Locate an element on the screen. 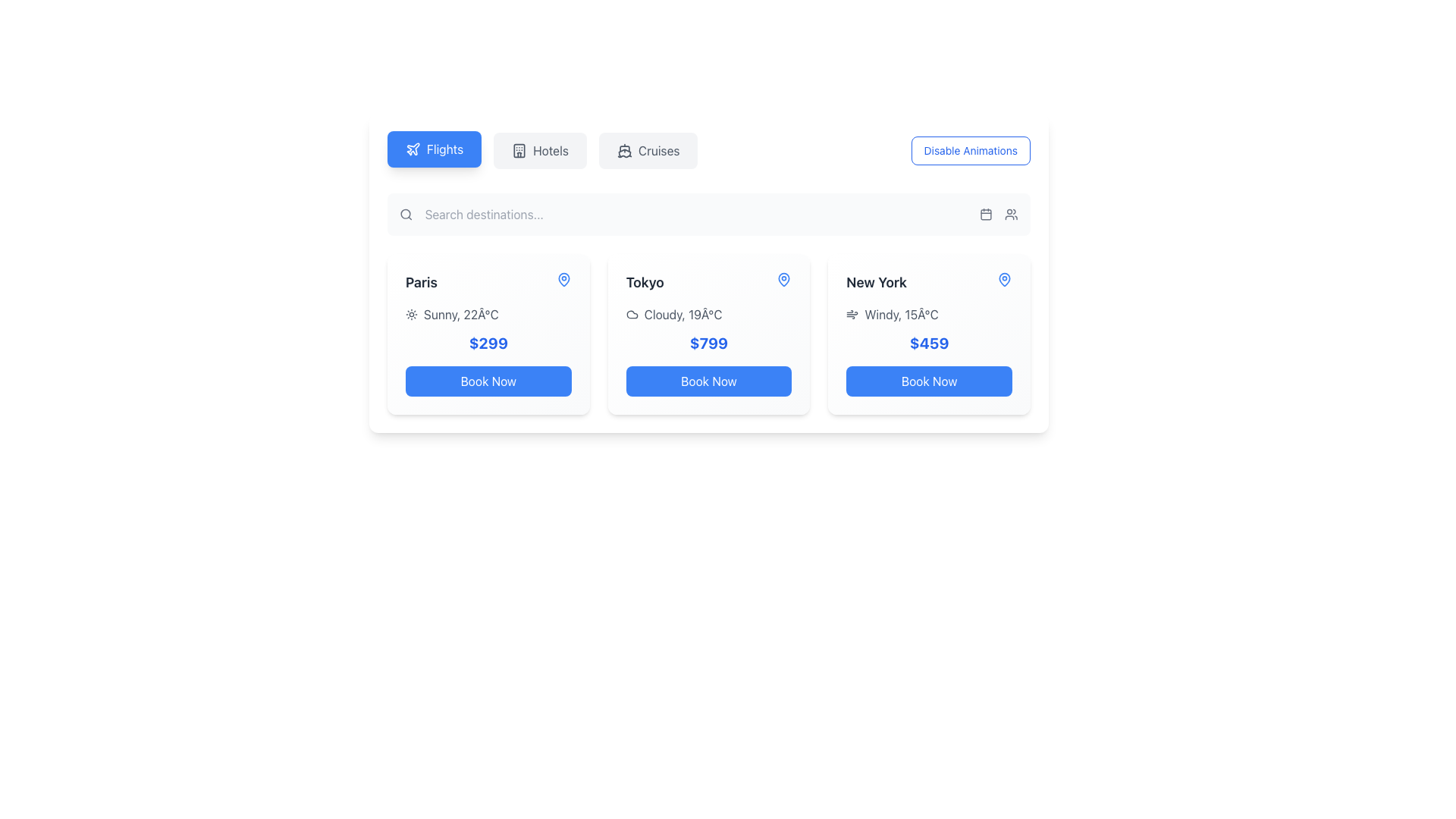 This screenshot has height=819, width=1456. the text label displaying the price for the Tokyo travel booking, located in the middle card of the horizontally scrolling section, below the weather and temperature row and above the 'Book Now' button is located at coordinates (708, 343).